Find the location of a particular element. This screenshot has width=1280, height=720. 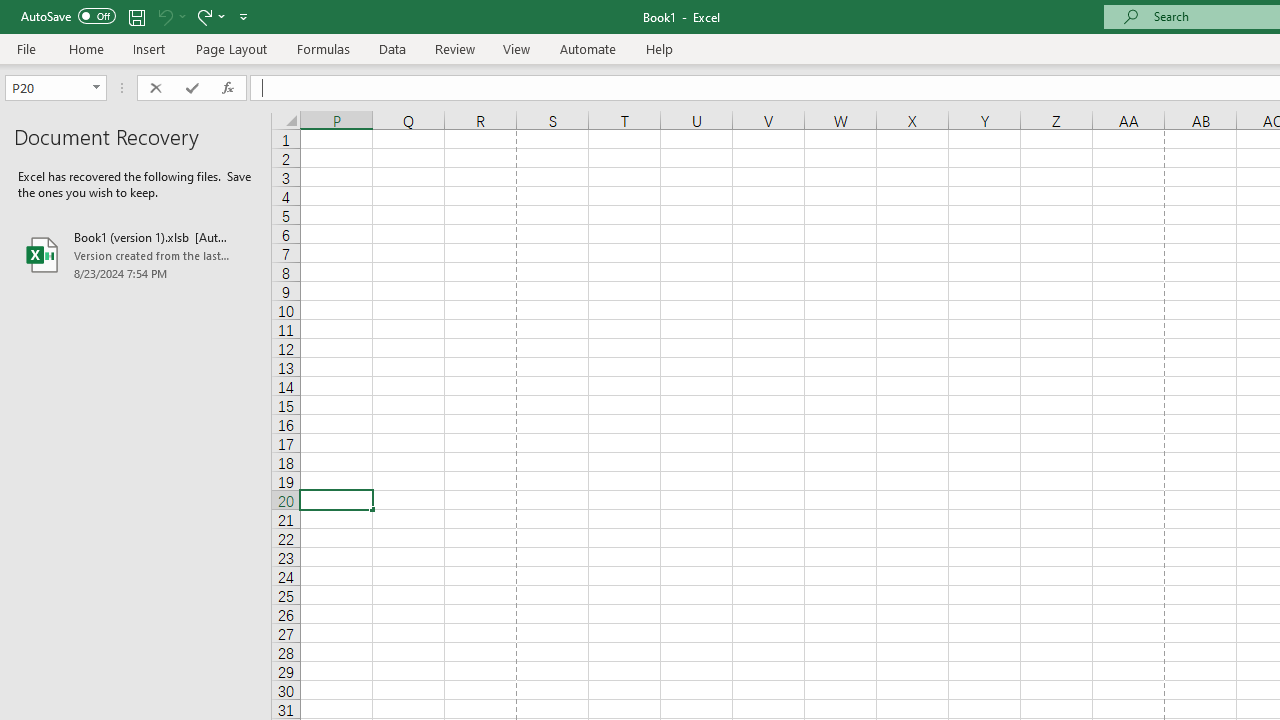

'Undo' is located at coordinates (164, 16).